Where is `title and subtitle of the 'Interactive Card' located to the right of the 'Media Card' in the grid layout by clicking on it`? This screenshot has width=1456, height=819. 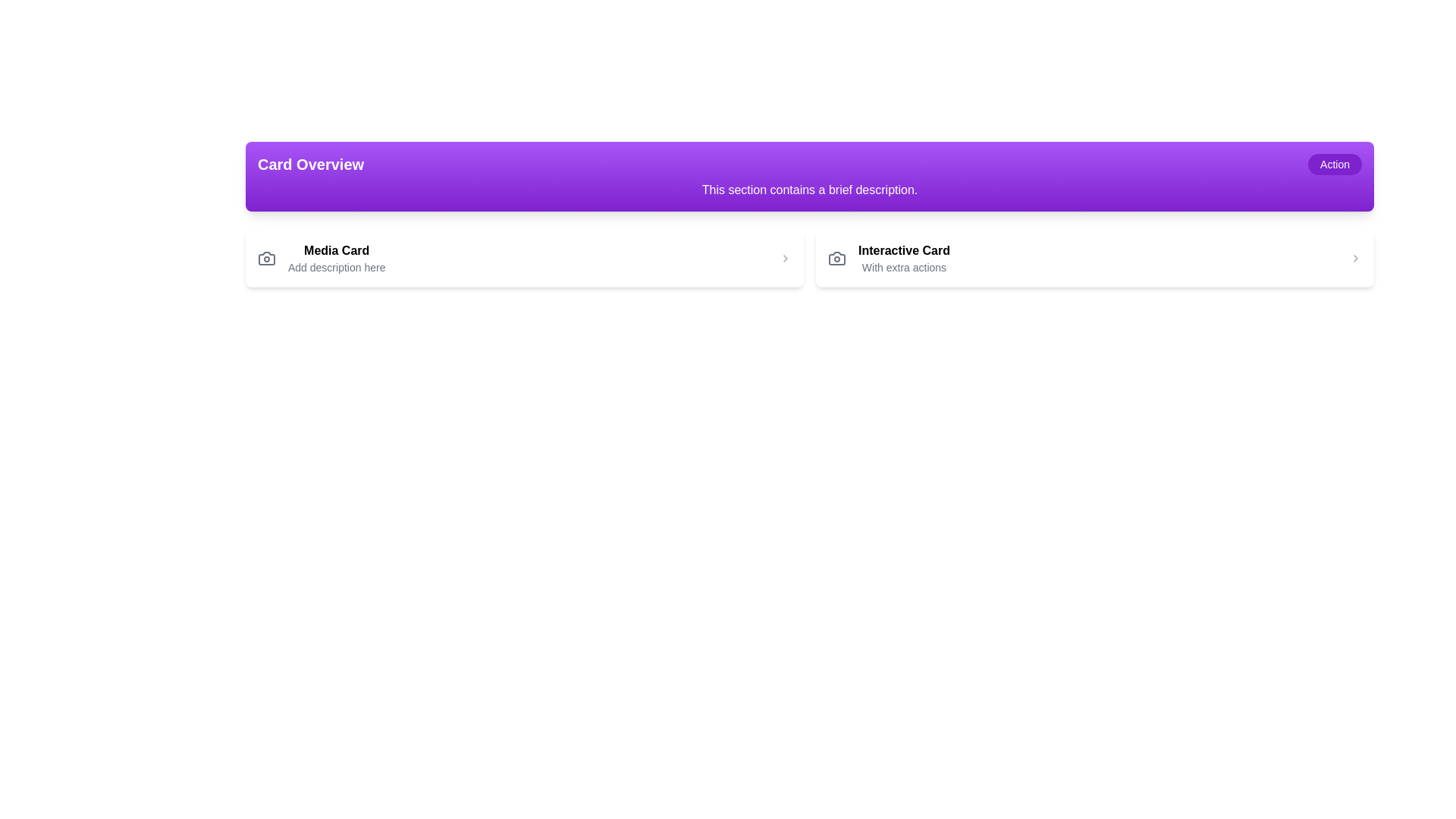
title and subtitle of the 'Interactive Card' located to the right of the 'Media Card' in the grid layout by clicking on it is located at coordinates (1095, 257).